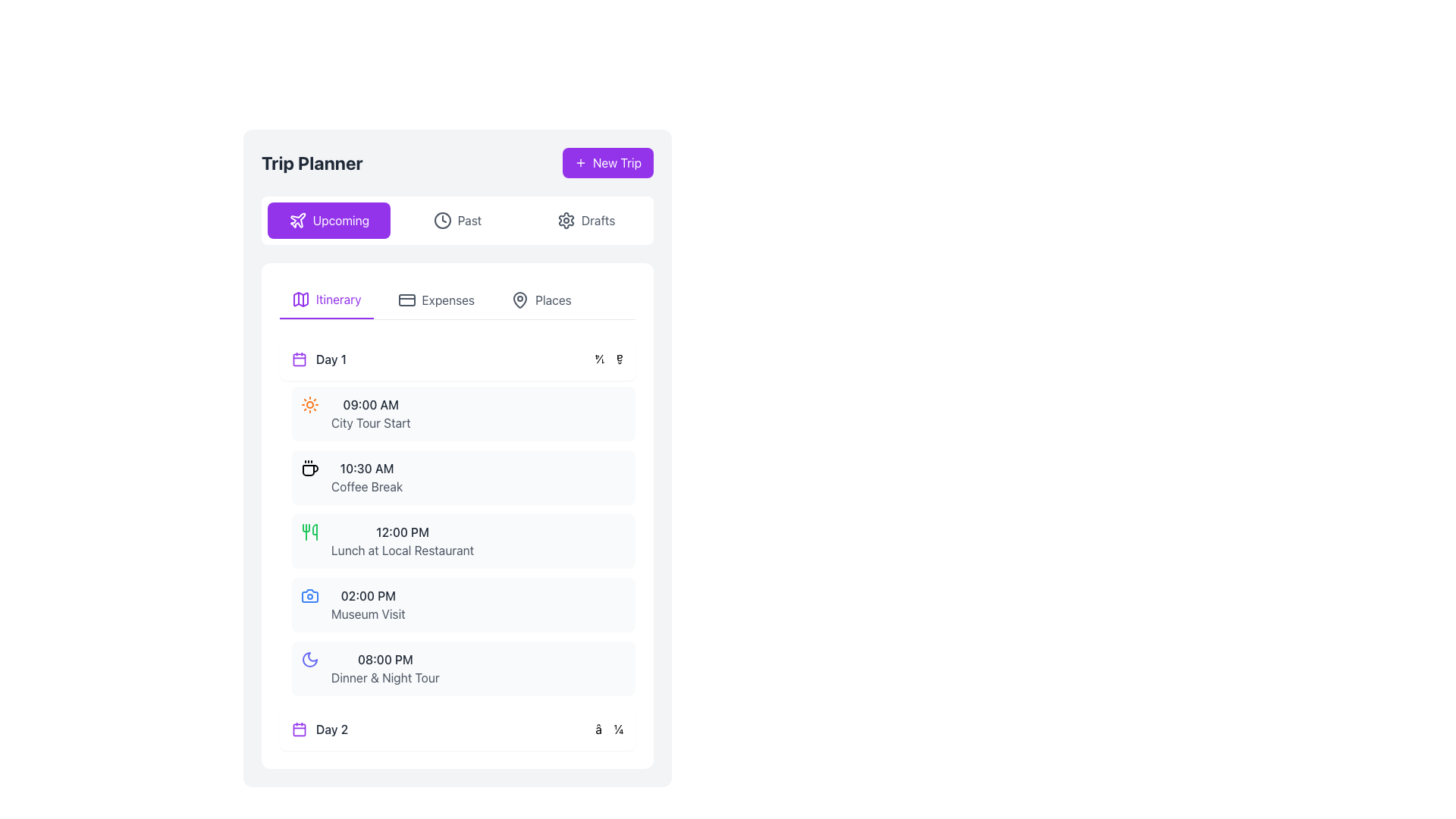  Describe the element at coordinates (565, 220) in the screenshot. I see `the settings icon represented as an SVG graphical component in the top-right corner of the application interface` at that location.